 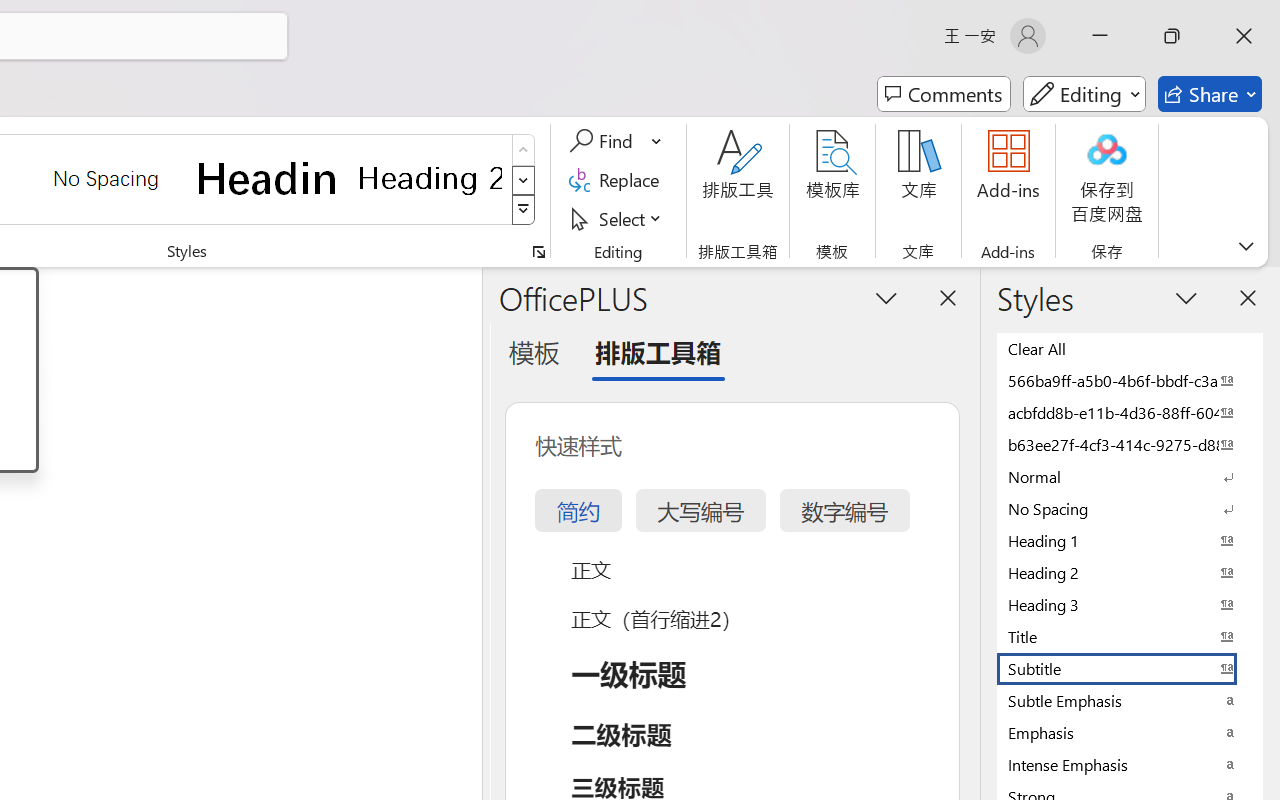 What do you see at coordinates (1209, 94) in the screenshot?
I see `'Share'` at bounding box center [1209, 94].